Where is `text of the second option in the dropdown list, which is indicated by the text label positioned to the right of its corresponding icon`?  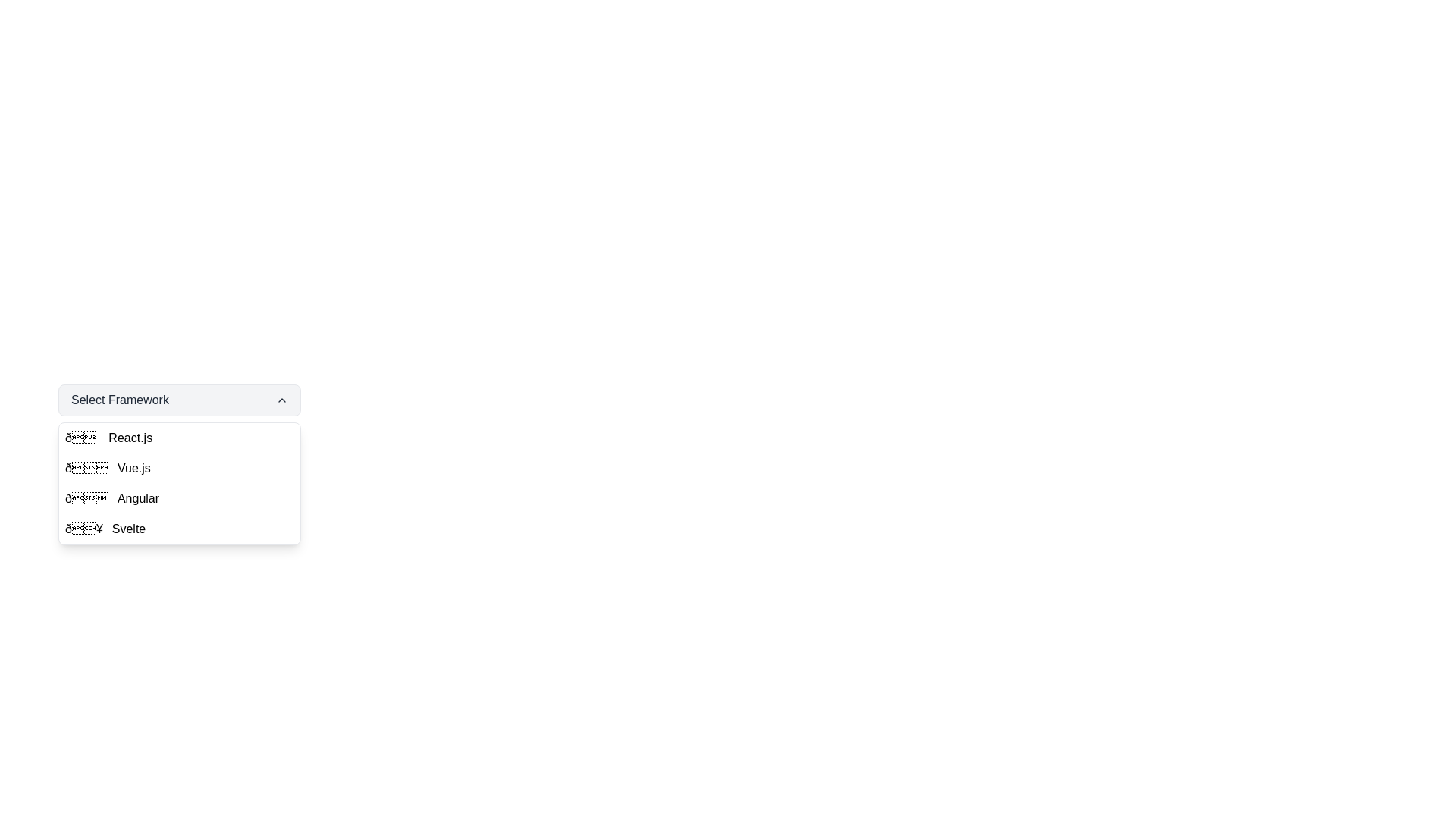
text of the second option in the dropdown list, which is indicated by the text label positioned to the right of its corresponding icon is located at coordinates (133, 467).